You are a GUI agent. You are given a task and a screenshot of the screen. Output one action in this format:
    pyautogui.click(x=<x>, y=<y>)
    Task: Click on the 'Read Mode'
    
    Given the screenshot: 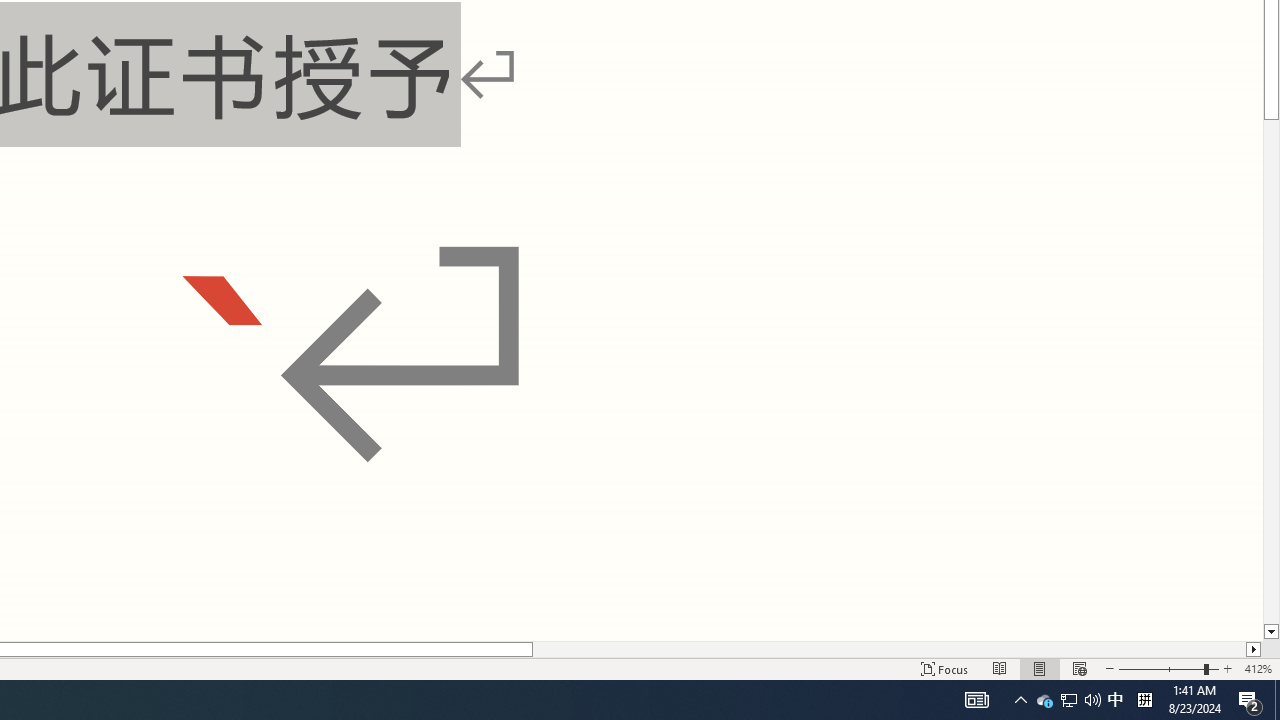 What is the action you would take?
    pyautogui.click(x=1000, y=669)
    